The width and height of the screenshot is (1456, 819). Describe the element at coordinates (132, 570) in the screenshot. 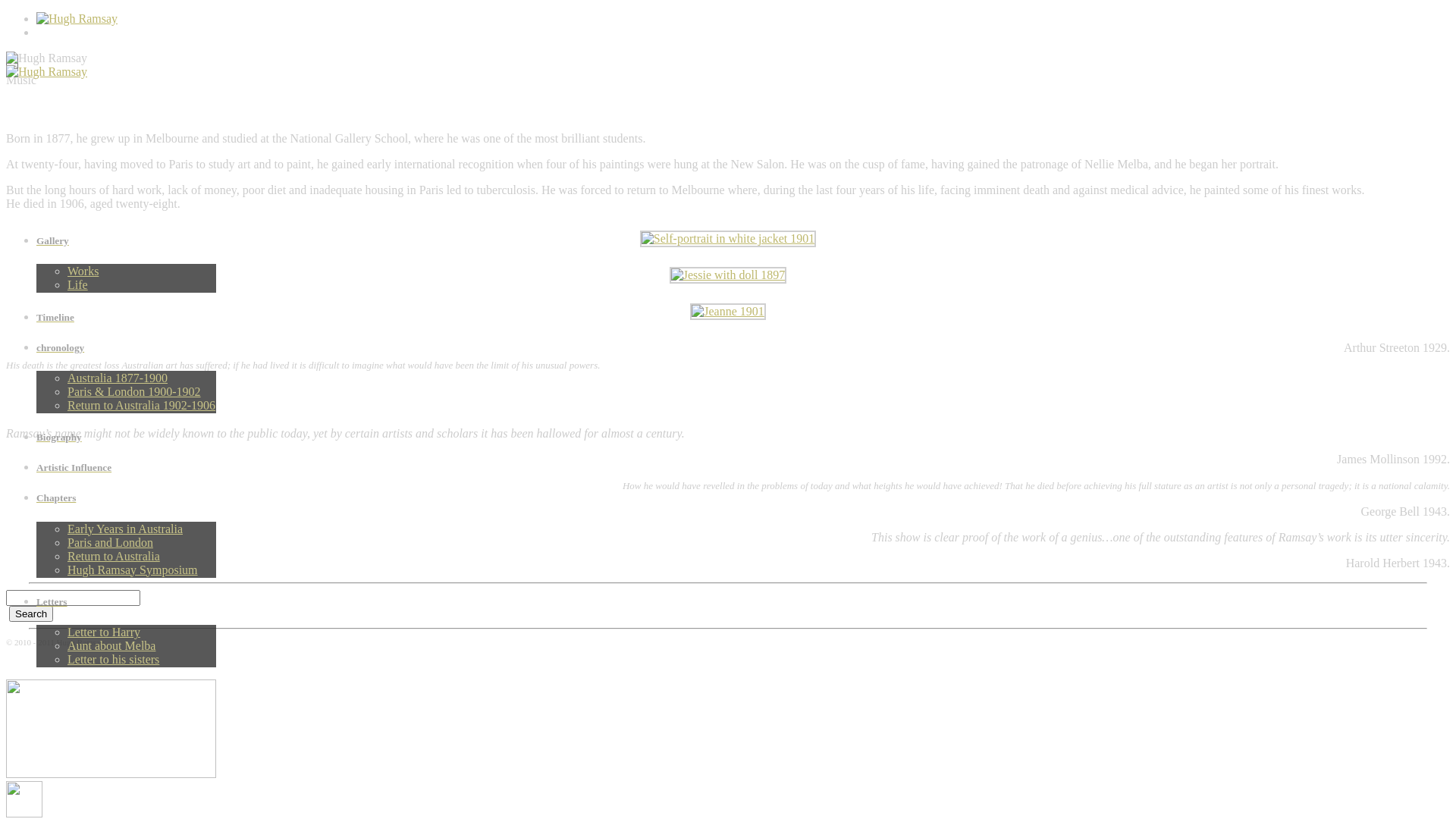

I see `'Hugh Ramsay Symposium'` at that location.